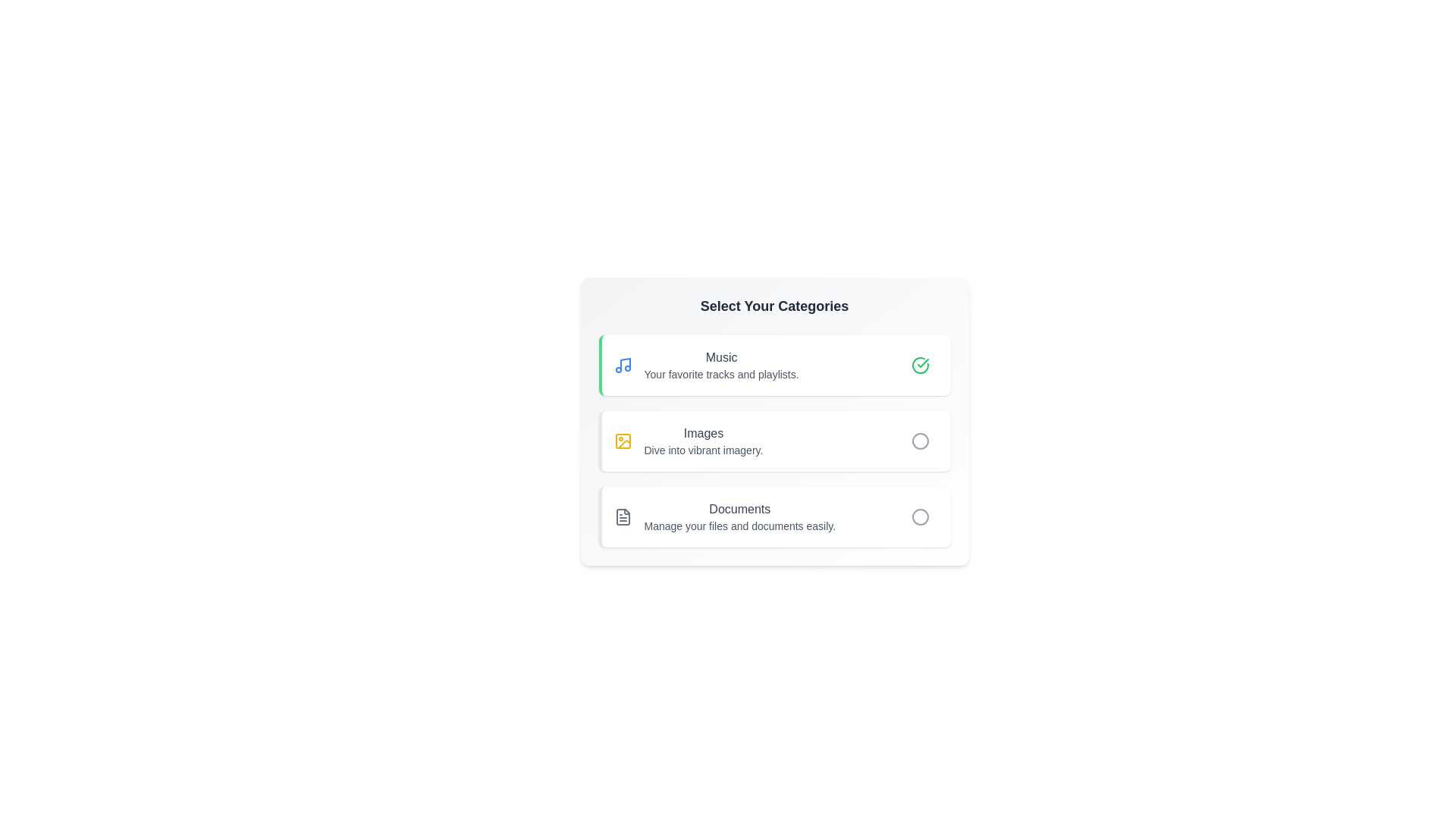 The width and height of the screenshot is (1456, 819). What do you see at coordinates (698, 516) in the screenshot?
I see `the category Documents to view its details` at bounding box center [698, 516].